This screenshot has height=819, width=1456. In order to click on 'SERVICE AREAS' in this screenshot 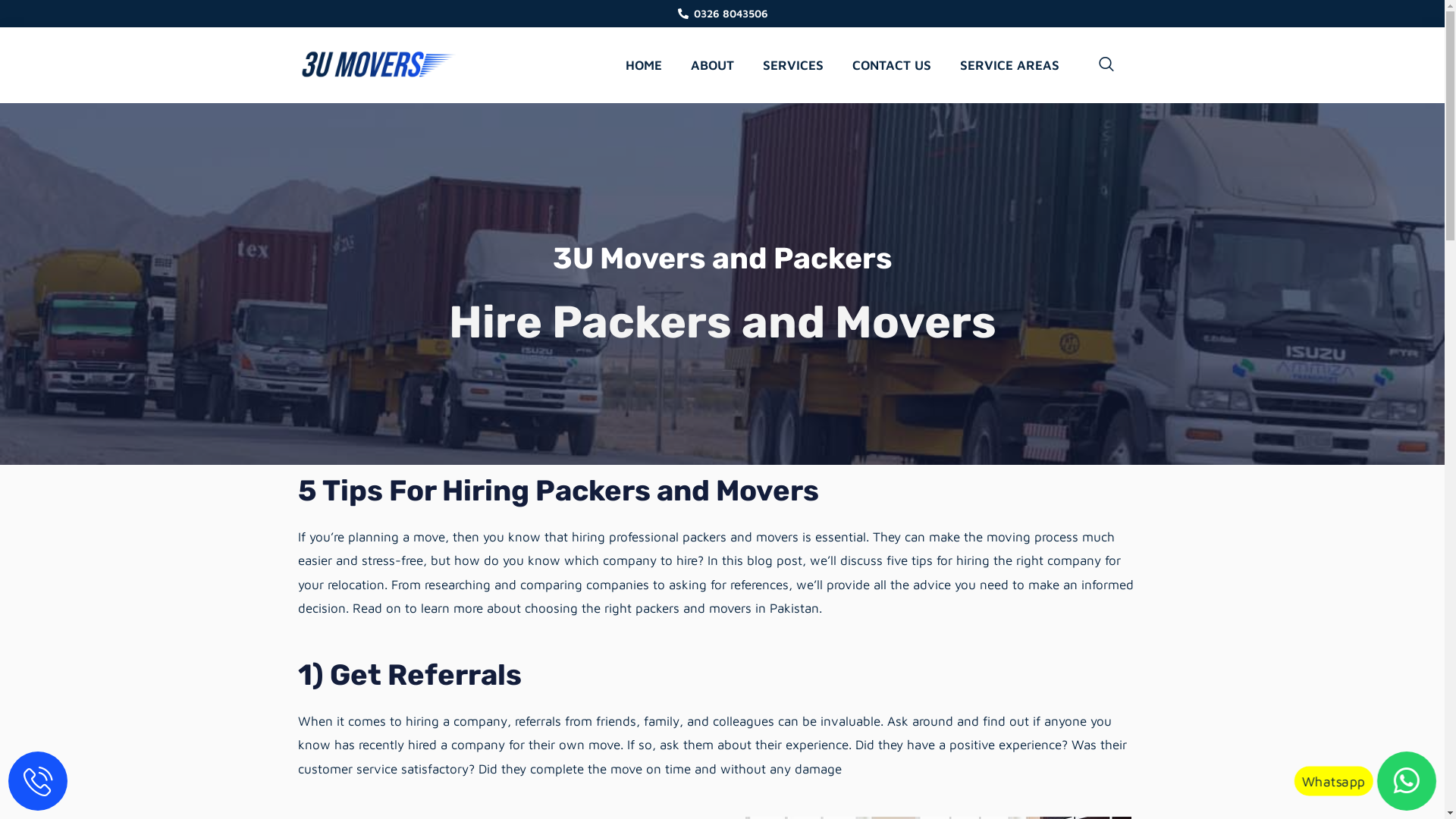, I will do `click(1009, 64)`.